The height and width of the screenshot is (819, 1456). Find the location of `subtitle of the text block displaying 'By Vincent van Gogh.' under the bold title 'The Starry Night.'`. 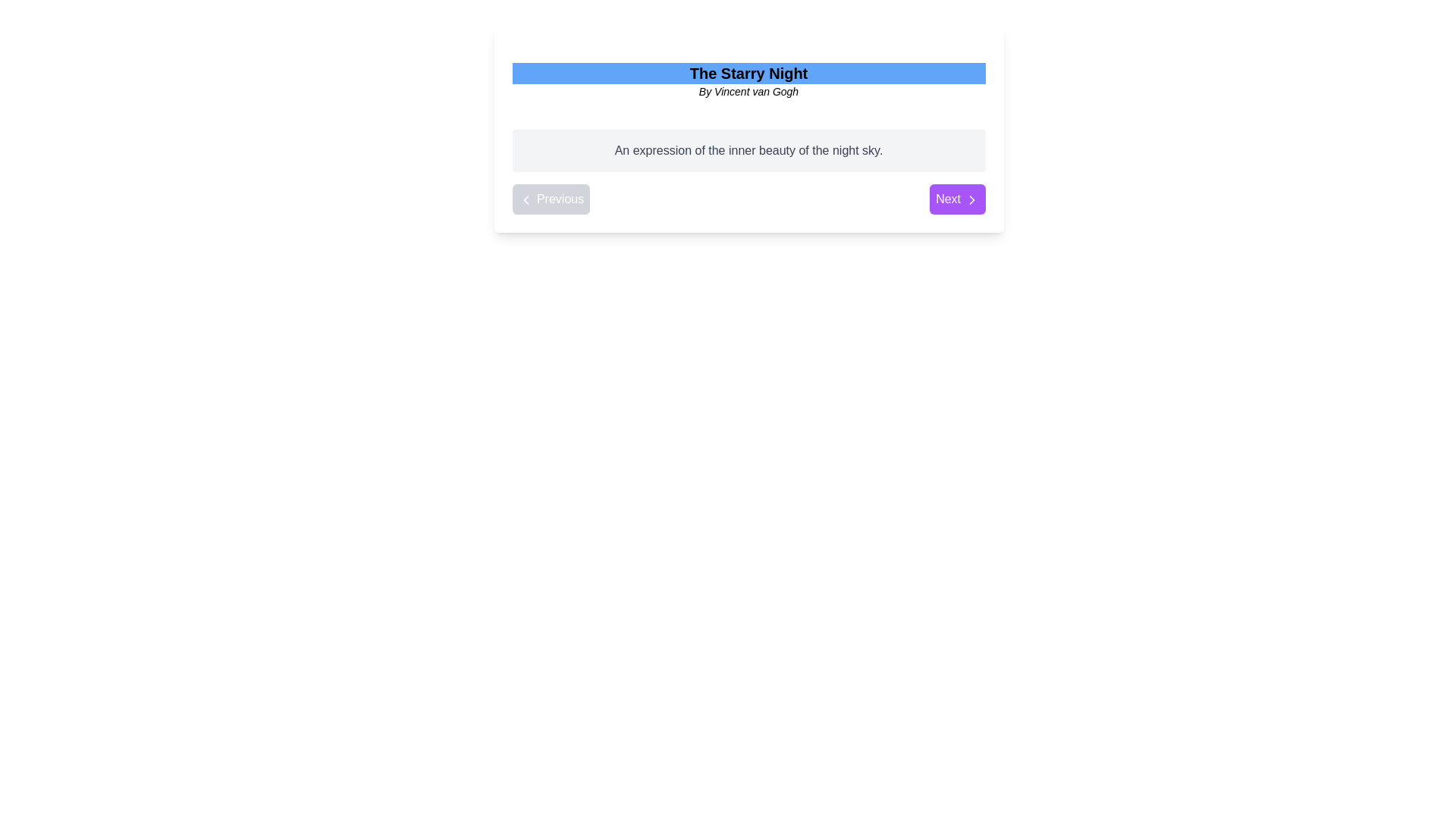

subtitle of the text block displaying 'By Vincent van Gogh.' under the bold title 'The Starry Night.' is located at coordinates (748, 81).